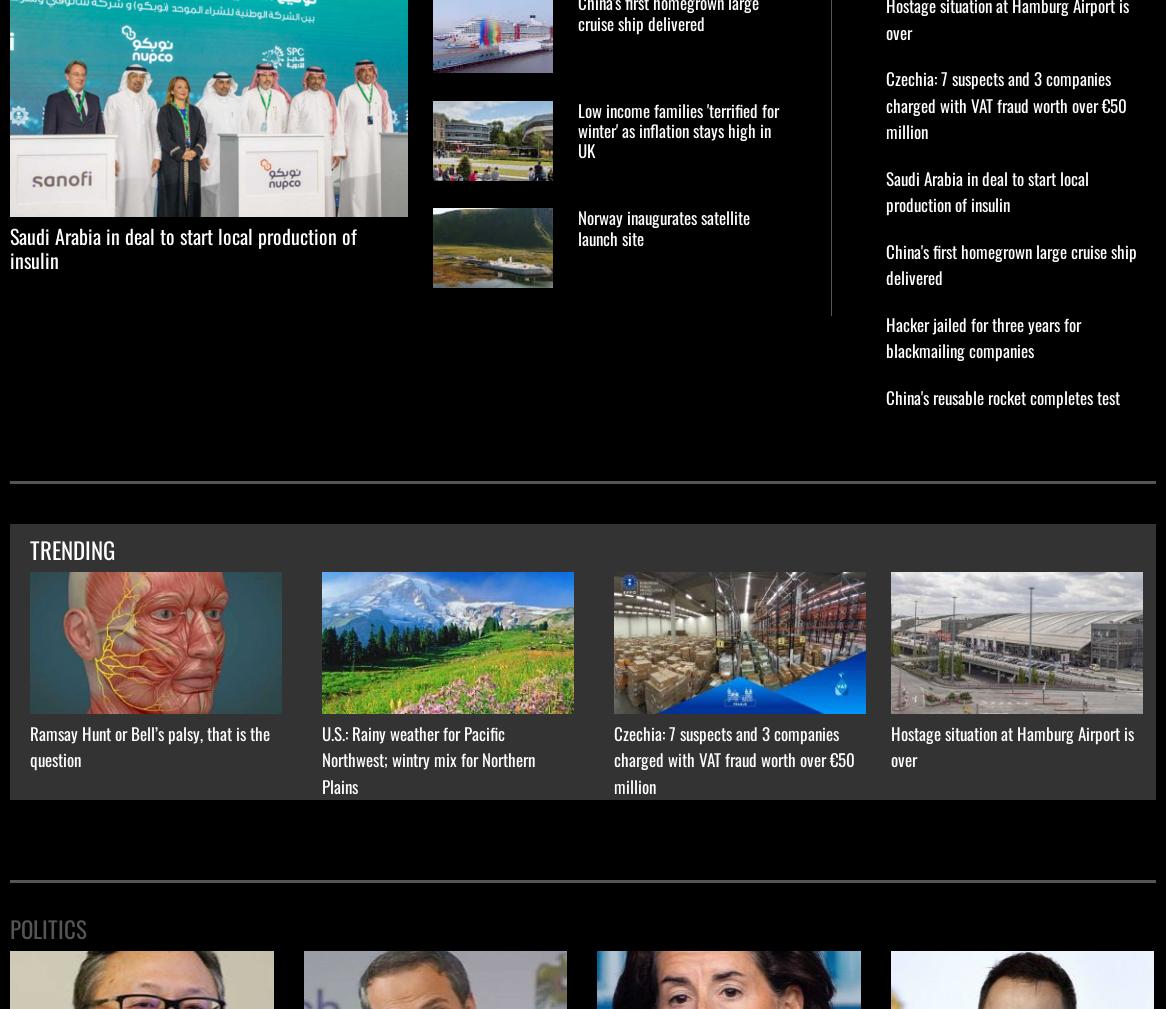 The height and width of the screenshot is (1009, 1166). What do you see at coordinates (677, 128) in the screenshot?
I see `'Low income families 'terrified for winter' as inflation stays high in UK'` at bounding box center [677, 128].